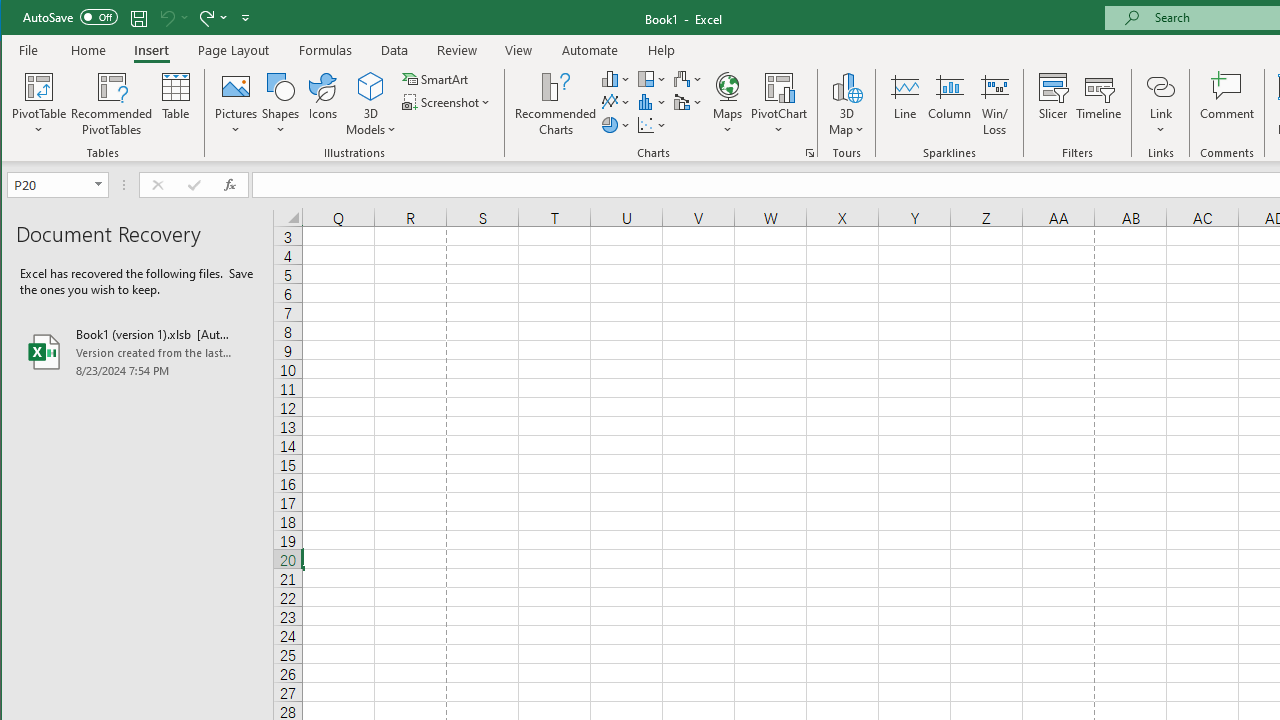  Describe the element at coordinates (39, 104) in the screenshot. I see `'PivotTable'` at that location.